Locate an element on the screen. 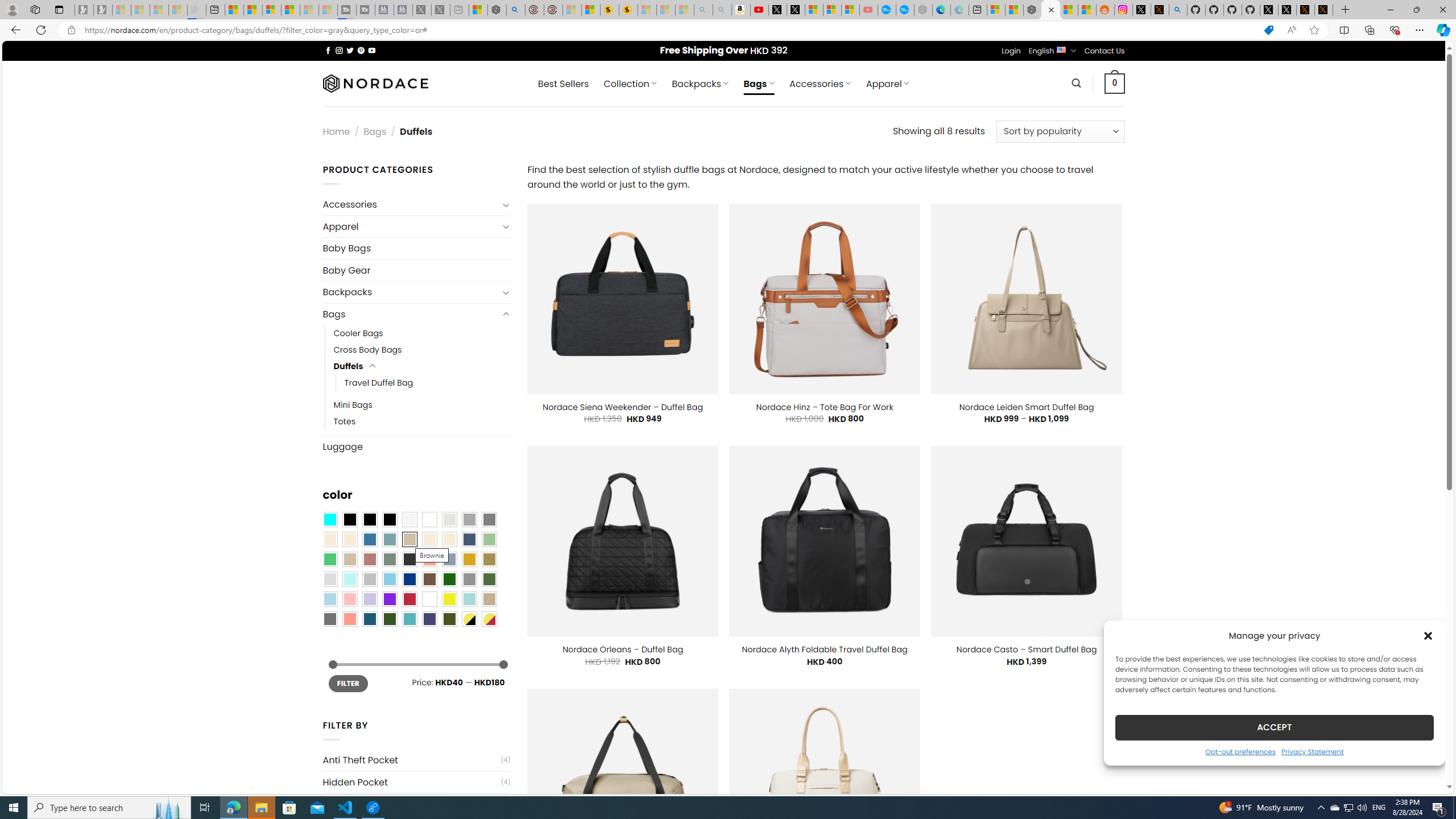  'Mini Bags' is located at coordinates (421, 405).